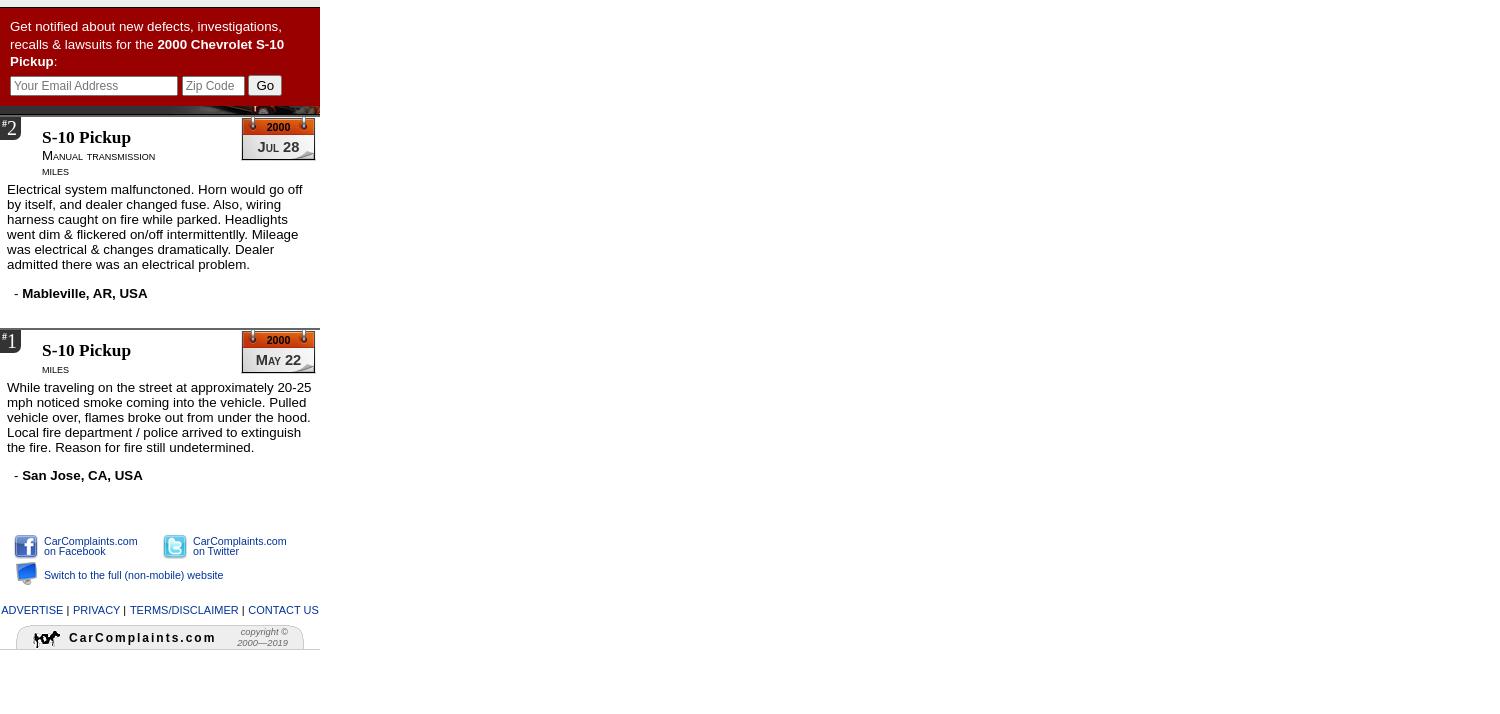  Describe the element at coordinates (89, 544) in the screenshot. I see `'CarComplaints.com on Facebook'` at that location.